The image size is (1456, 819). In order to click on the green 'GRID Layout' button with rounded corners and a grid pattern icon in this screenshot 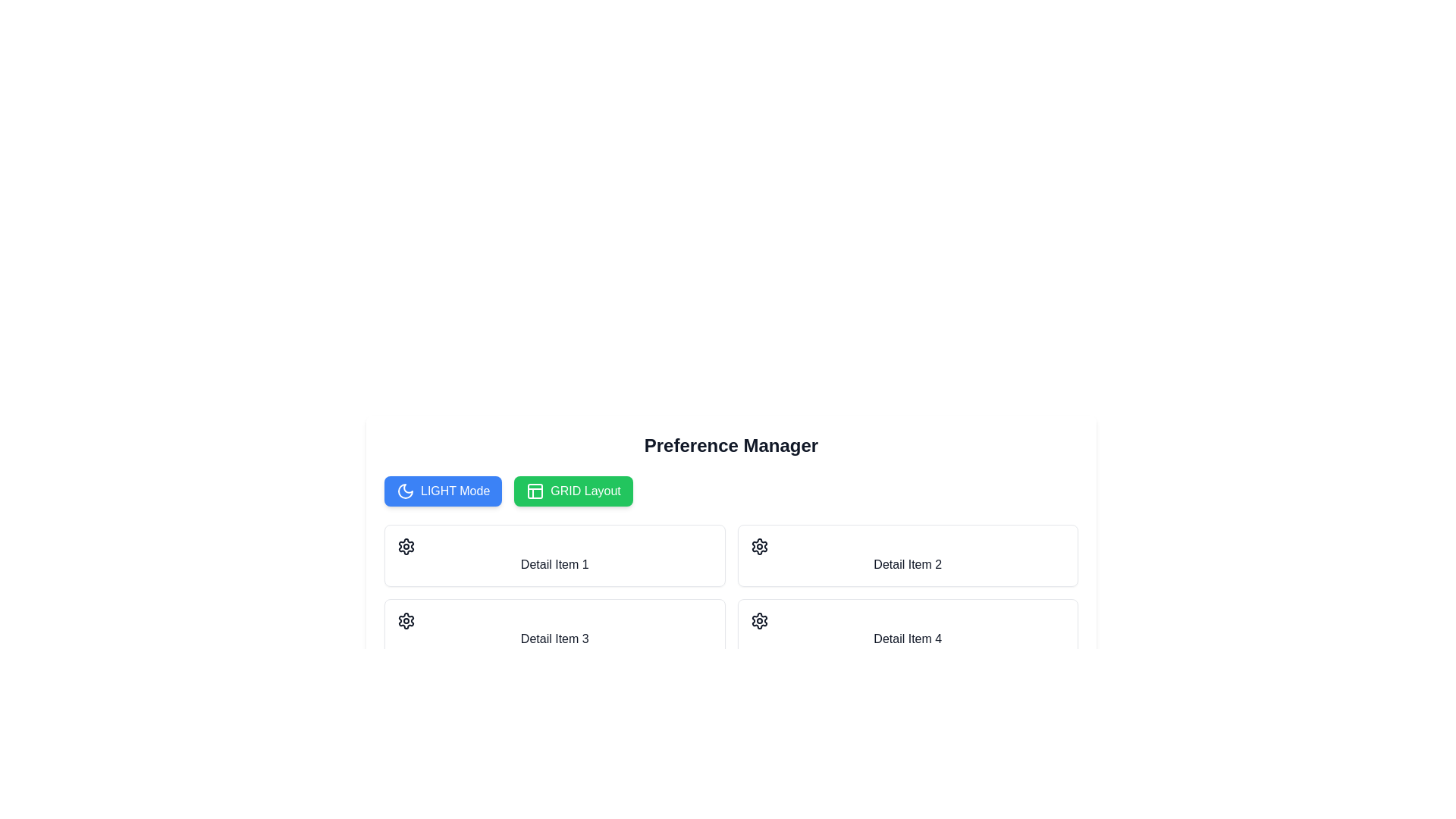, I will do `click(573, 491)`.